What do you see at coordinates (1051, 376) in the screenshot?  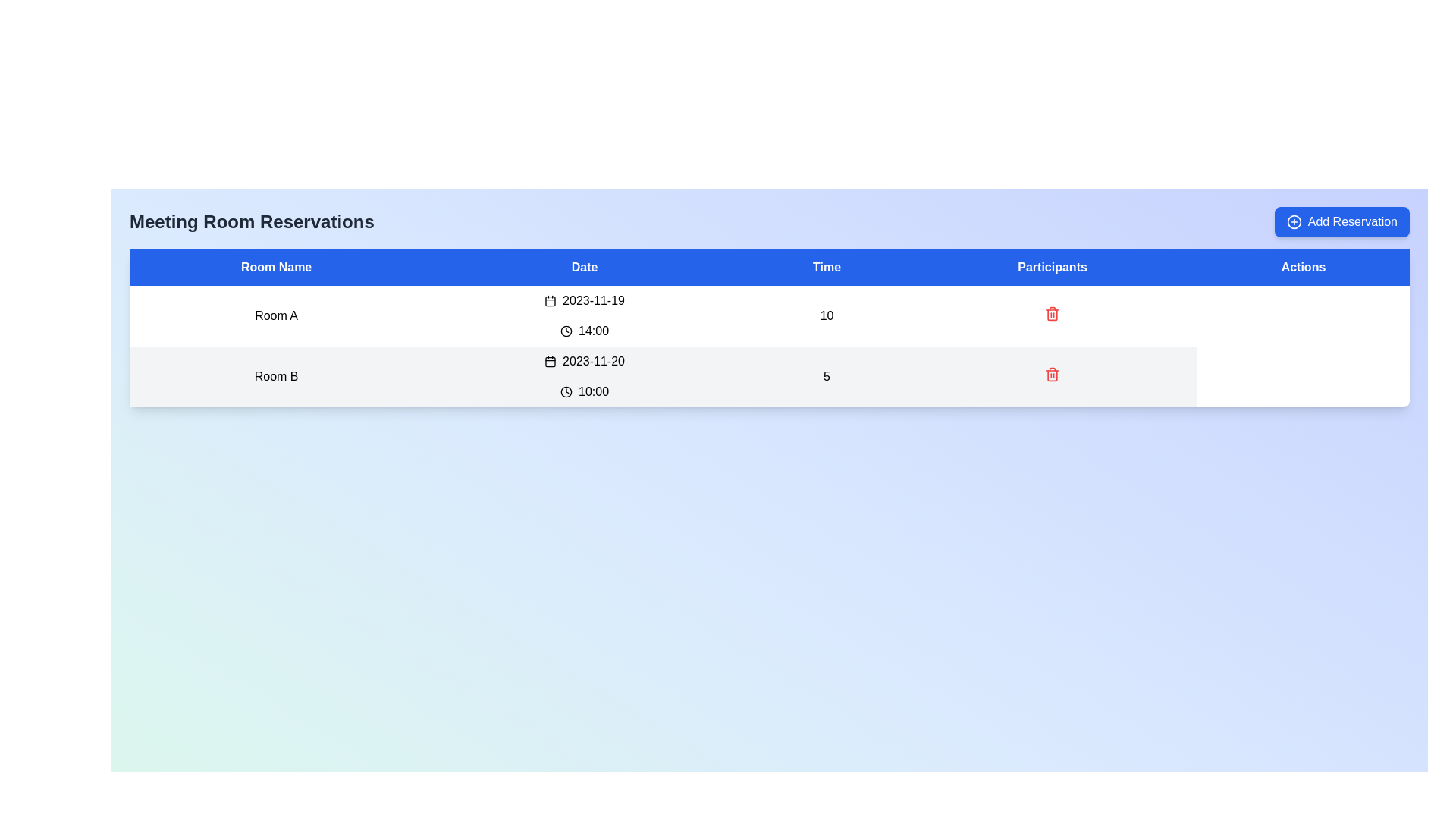 I see `the icon button located at the bottom of the 'Participants' column in the table, specifically in the row for 'Room B', '10:00', and '5 participants'` at bounding box center [1051, 376].